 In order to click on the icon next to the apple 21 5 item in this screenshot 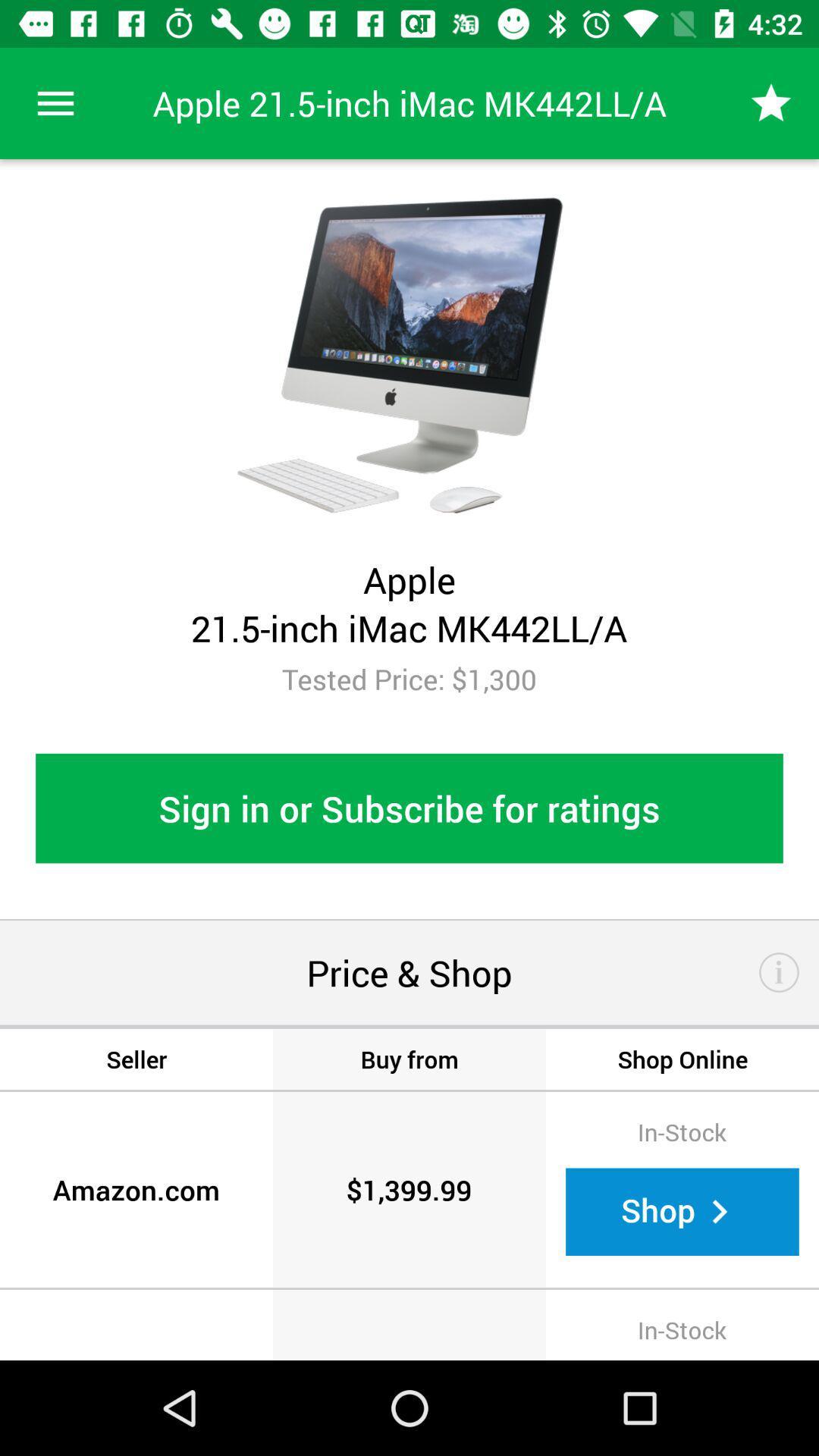, I will do `click(771, 102)`.